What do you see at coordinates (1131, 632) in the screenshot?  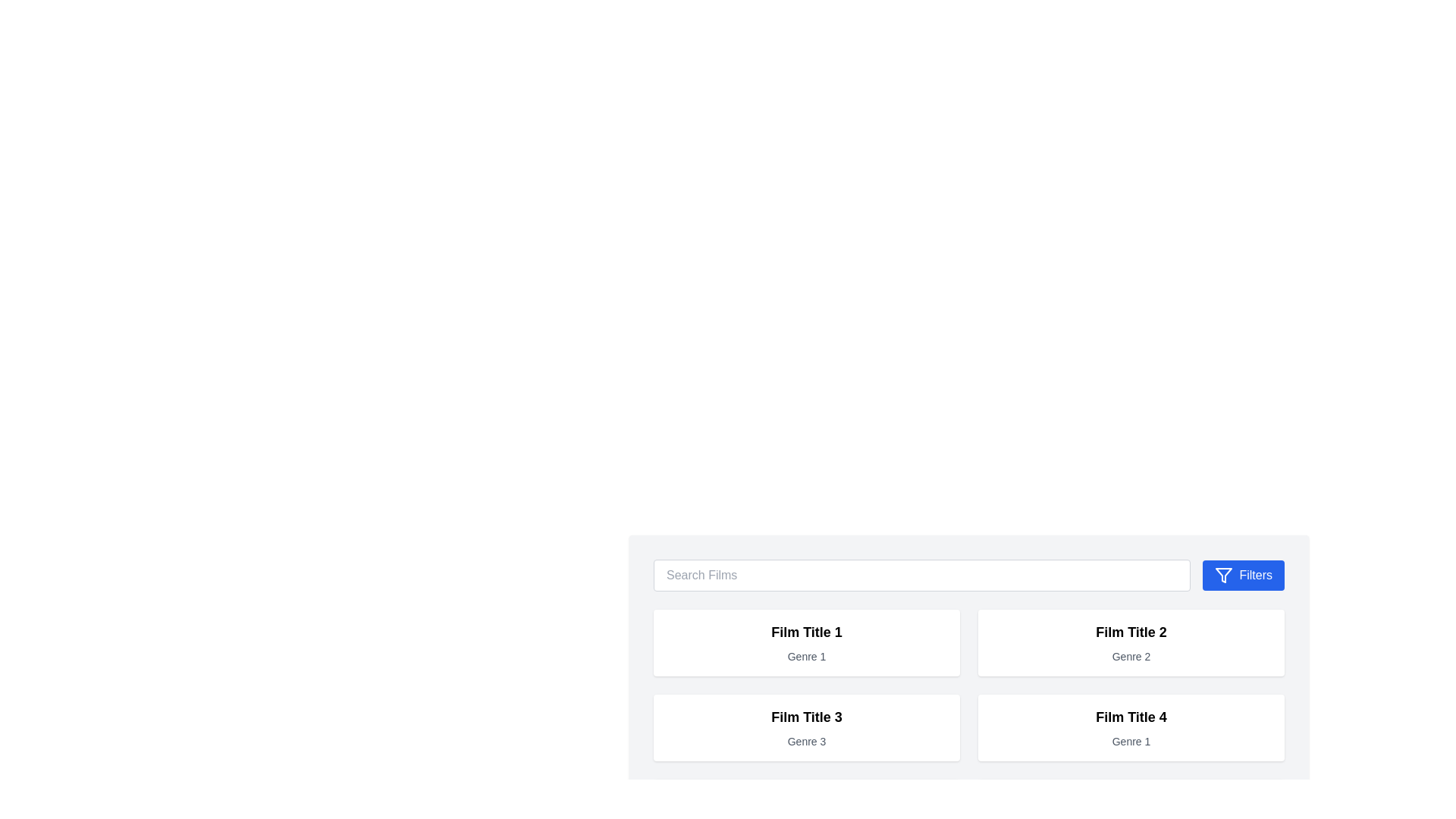 I see `the bold text label 'Film Title 2' located in the top-left of a card-like element with rounded edges in the top-right quadrant of the grid layout` at bounding box center [1131, 632].